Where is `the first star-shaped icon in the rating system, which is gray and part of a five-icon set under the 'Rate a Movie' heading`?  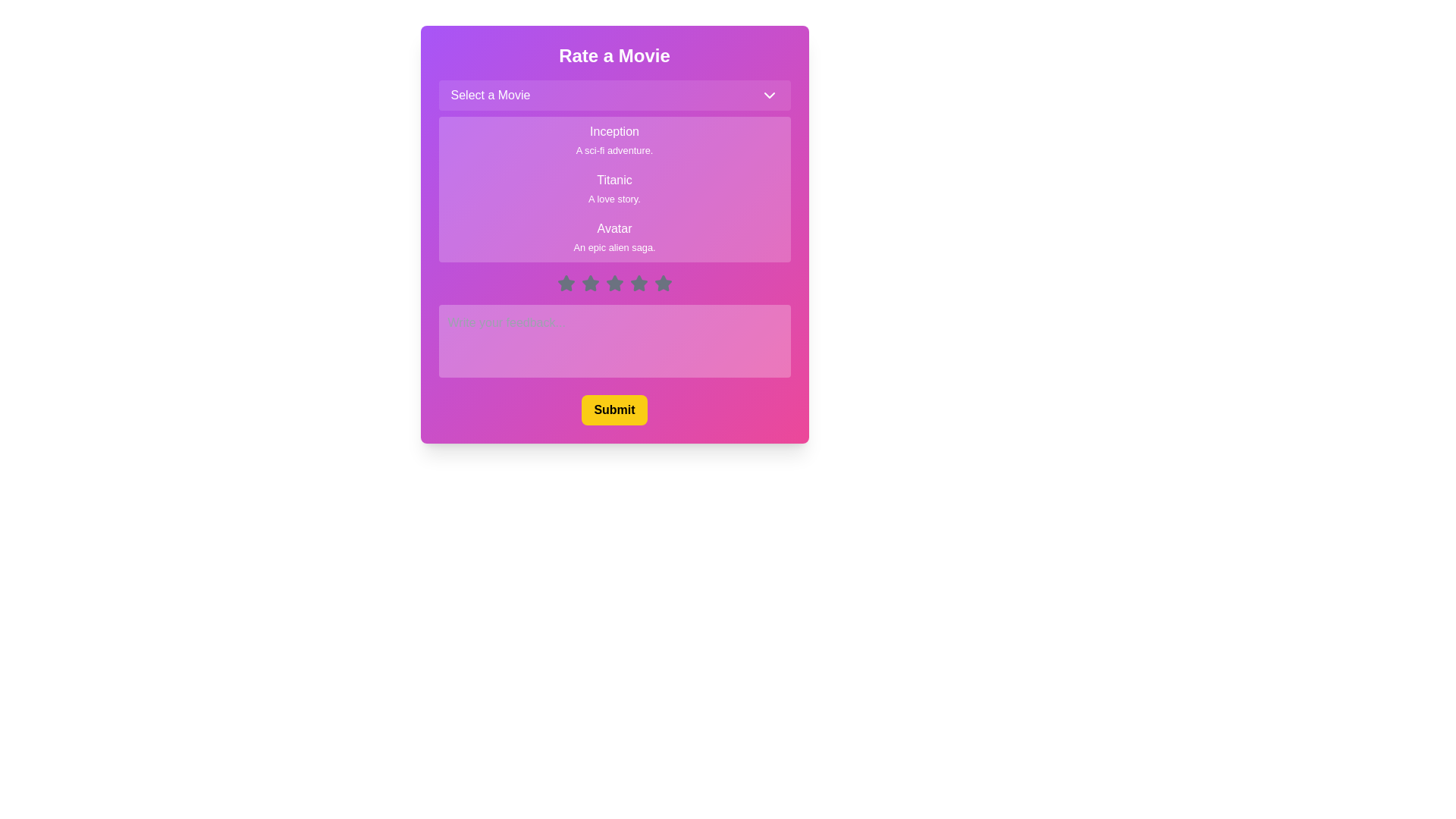 the first star-shaped icon in the rating system, which is gray and part of a five-icon set under the 'Rate a Movie' heading is located at coordinates (565, 284).